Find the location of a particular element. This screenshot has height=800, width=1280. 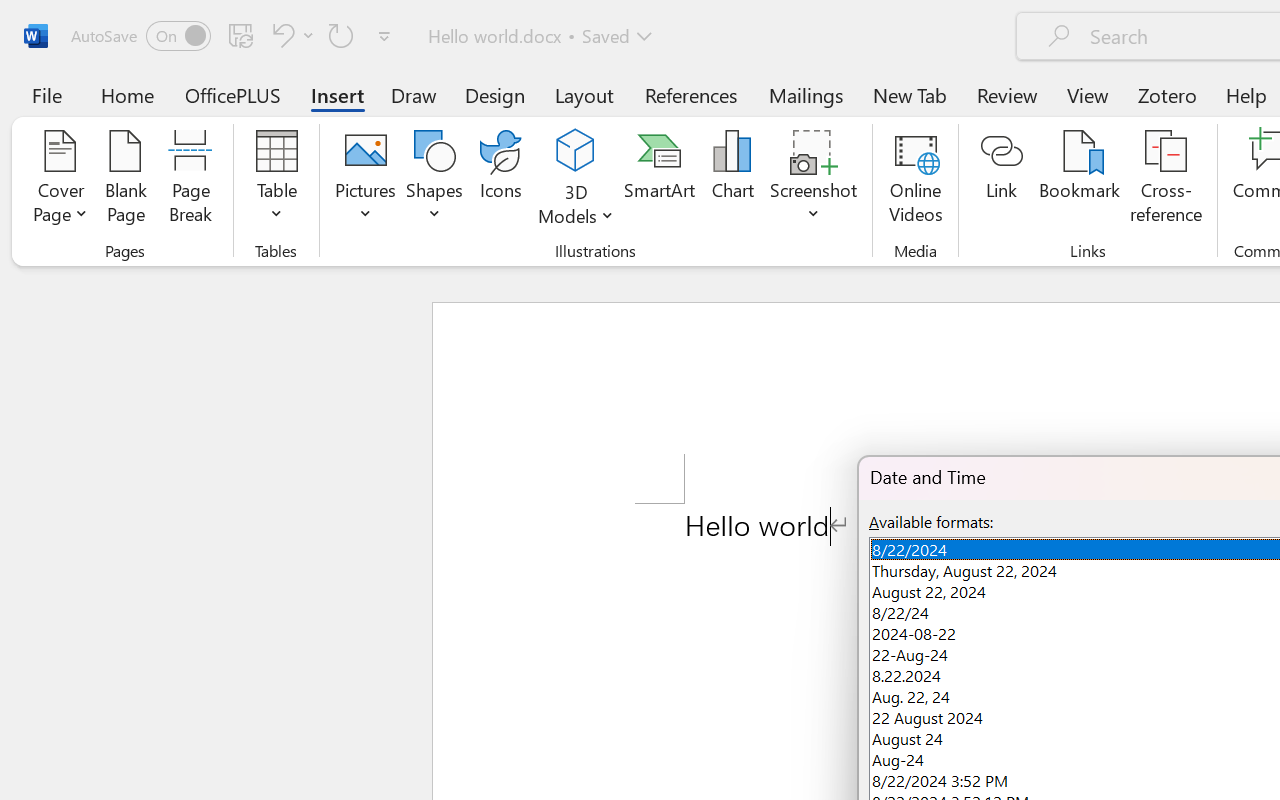

'Draw' is located at coordinates (413, 94).